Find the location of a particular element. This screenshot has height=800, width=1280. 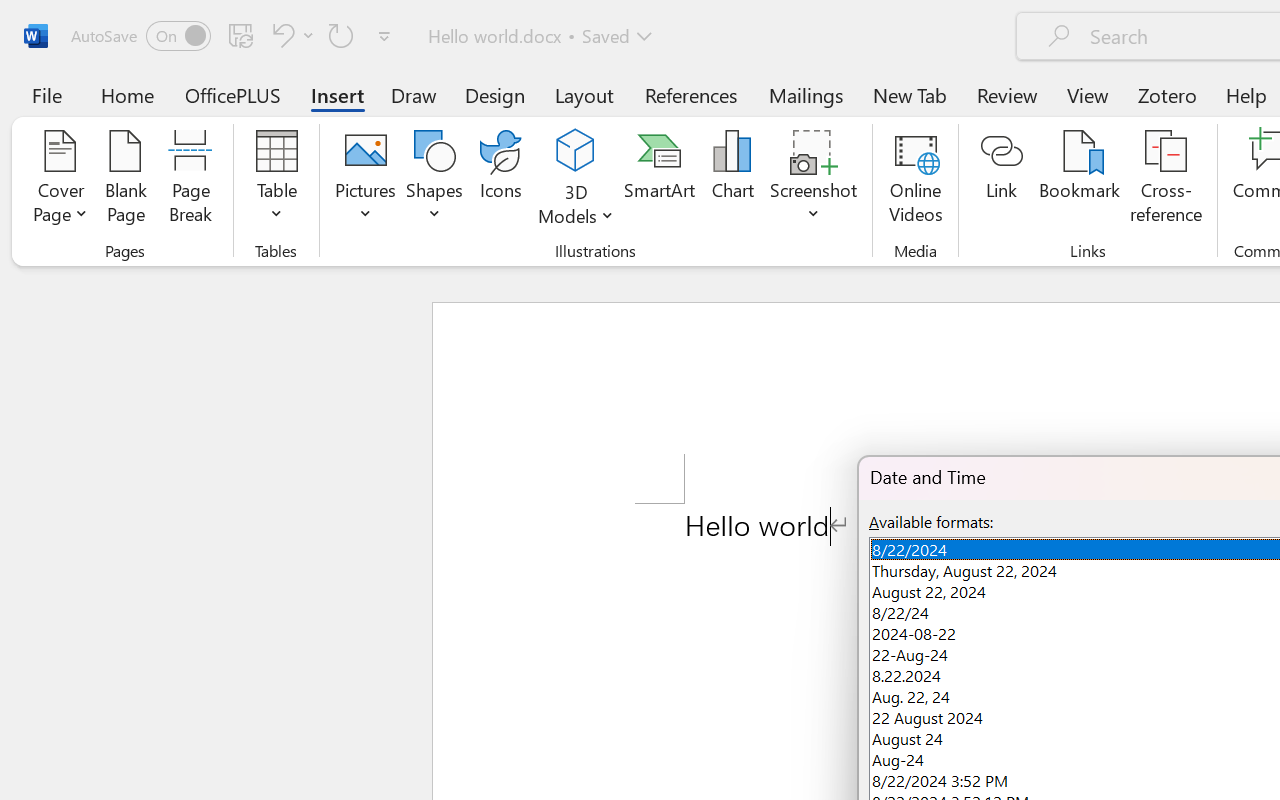

'Draw' is located at coordinates (413, 94).